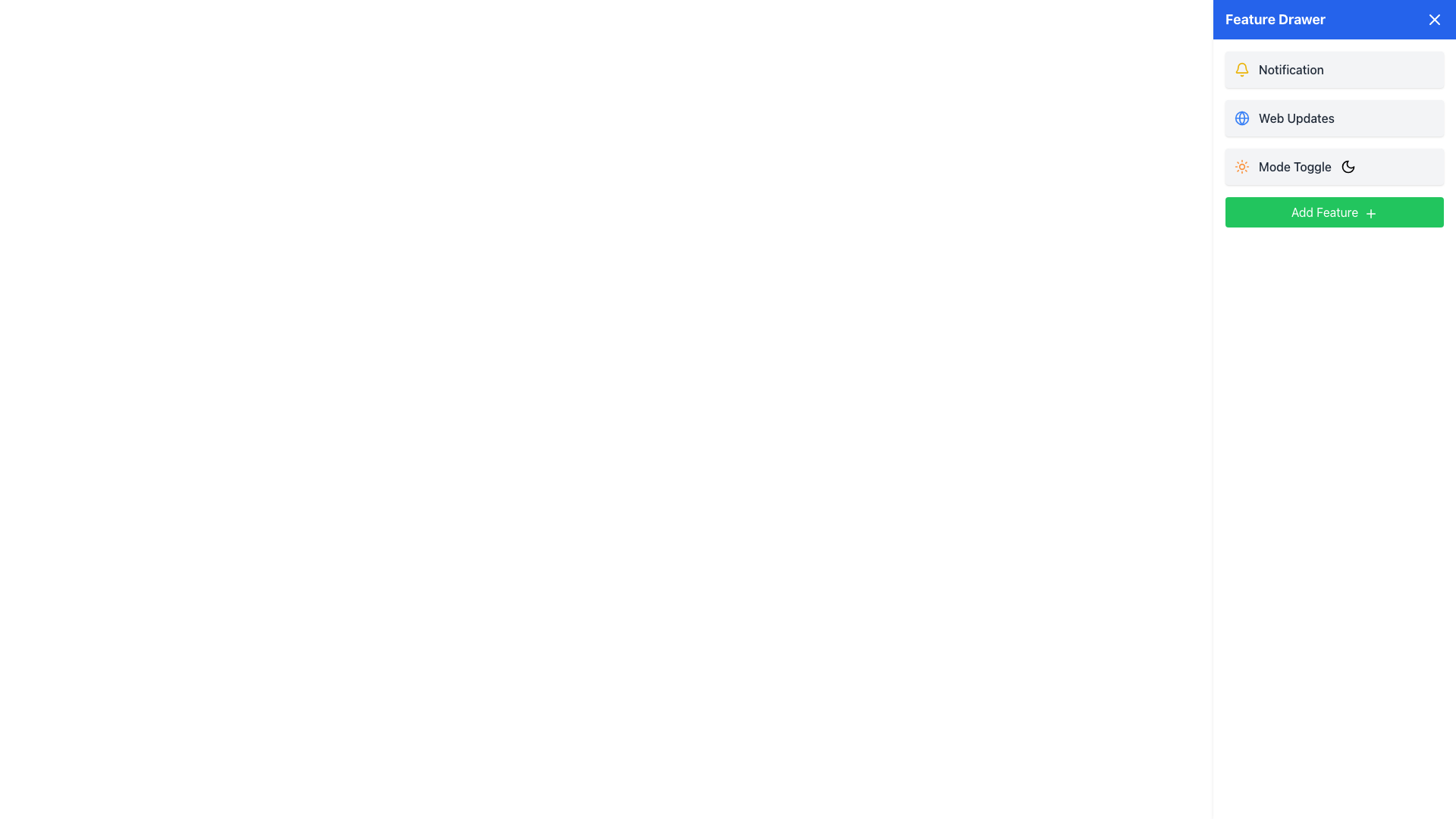 The height and width of the screenshot is (819, 1456). Describe the element at coordinates (1348, 166) in the screenshot. I see `the crescent moon icon located in the 'Mode Toggle' section of the feature drawer in the top-right area of the application interface` at that location.